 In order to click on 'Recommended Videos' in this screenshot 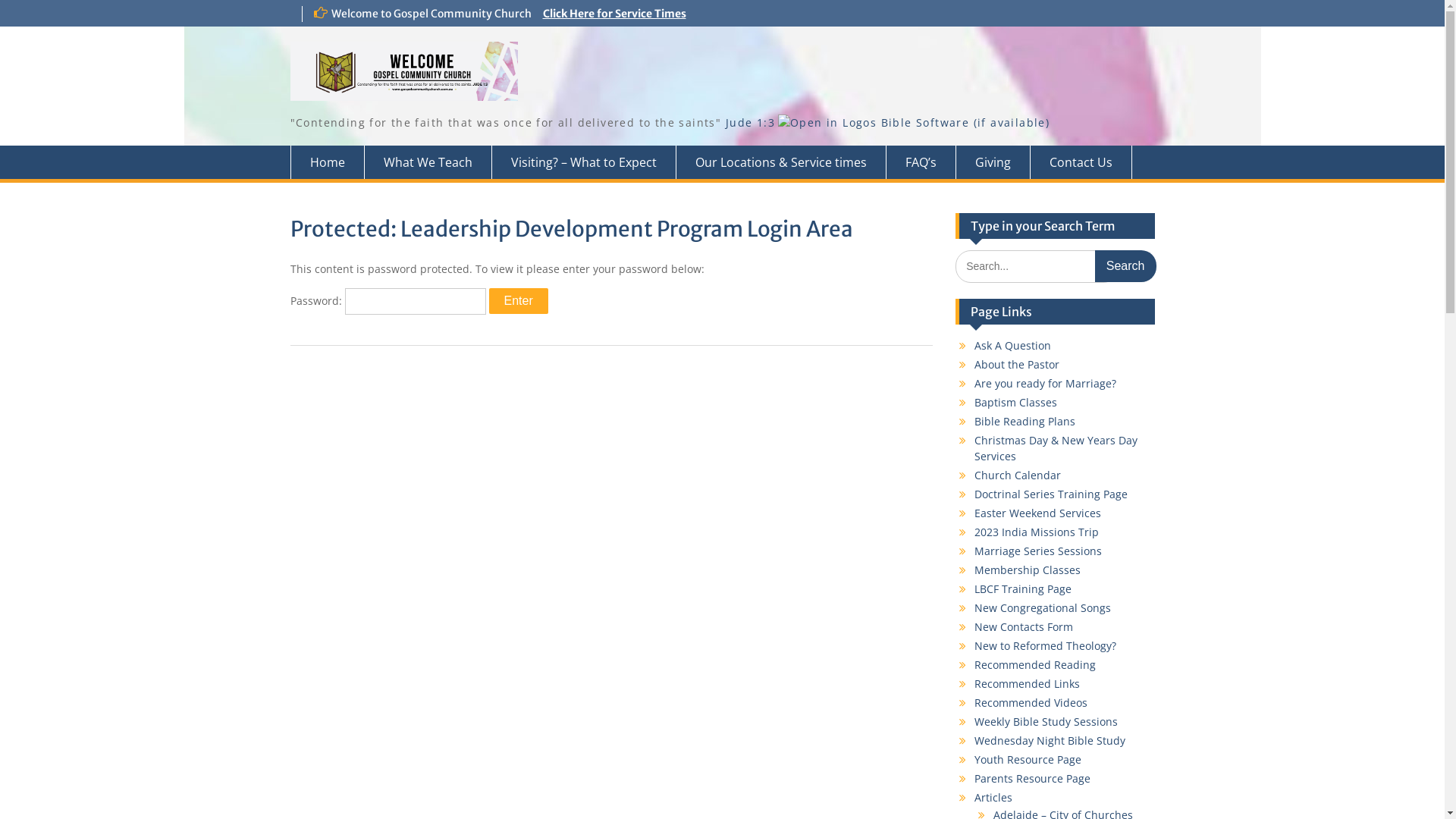, I will do `click(974, 702)`.